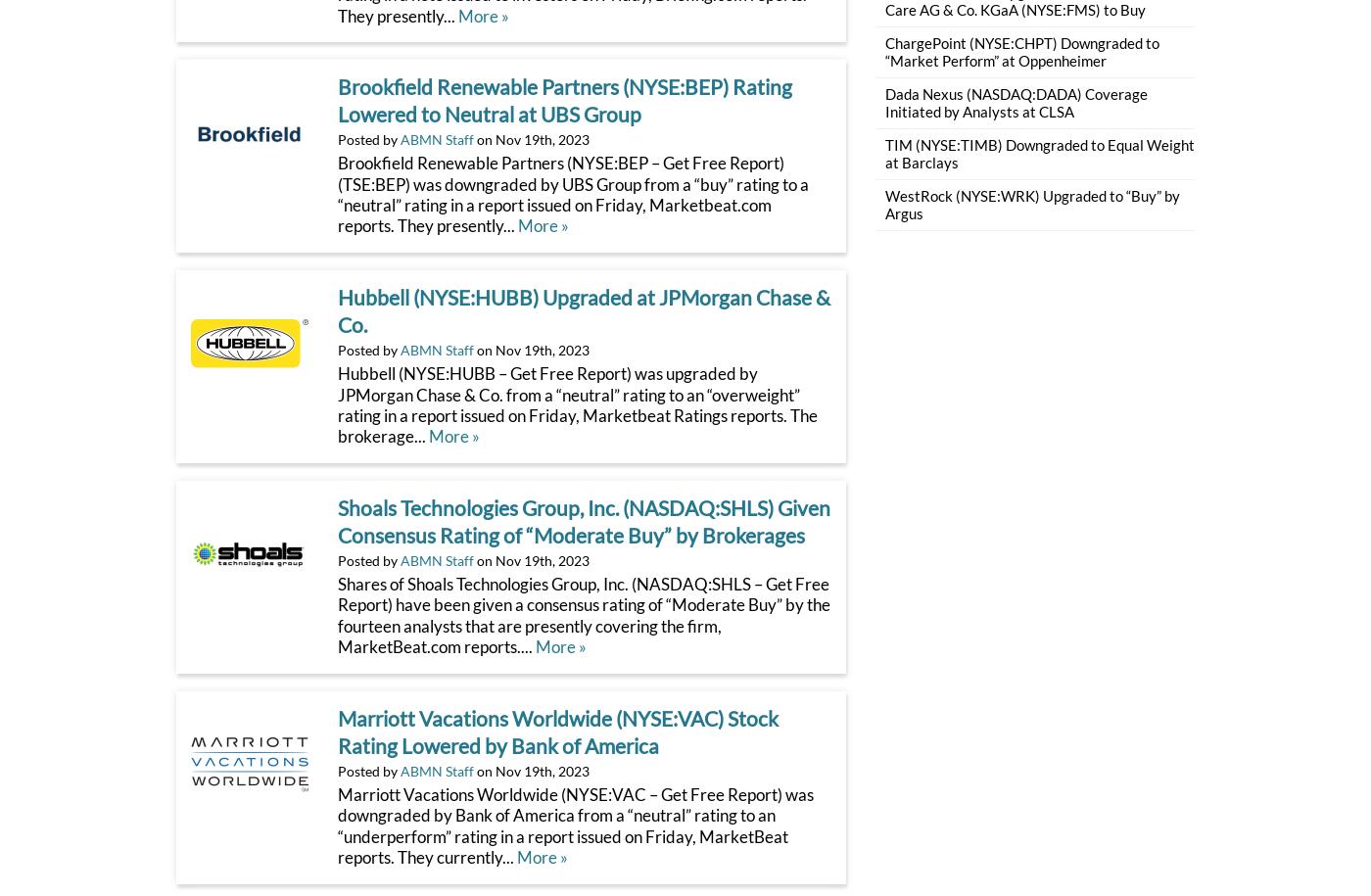  Describe the element at coordinates (576, 825) in the screenshot. I see `'Marriott Vacations Worldwide (NYSE:VAC – Get Free Report) was downgraded by Bank of America from a “neutral” rating to an “underperform” rating in a report issued on Friday, MarketBeat reports. They currently...'` at that location.